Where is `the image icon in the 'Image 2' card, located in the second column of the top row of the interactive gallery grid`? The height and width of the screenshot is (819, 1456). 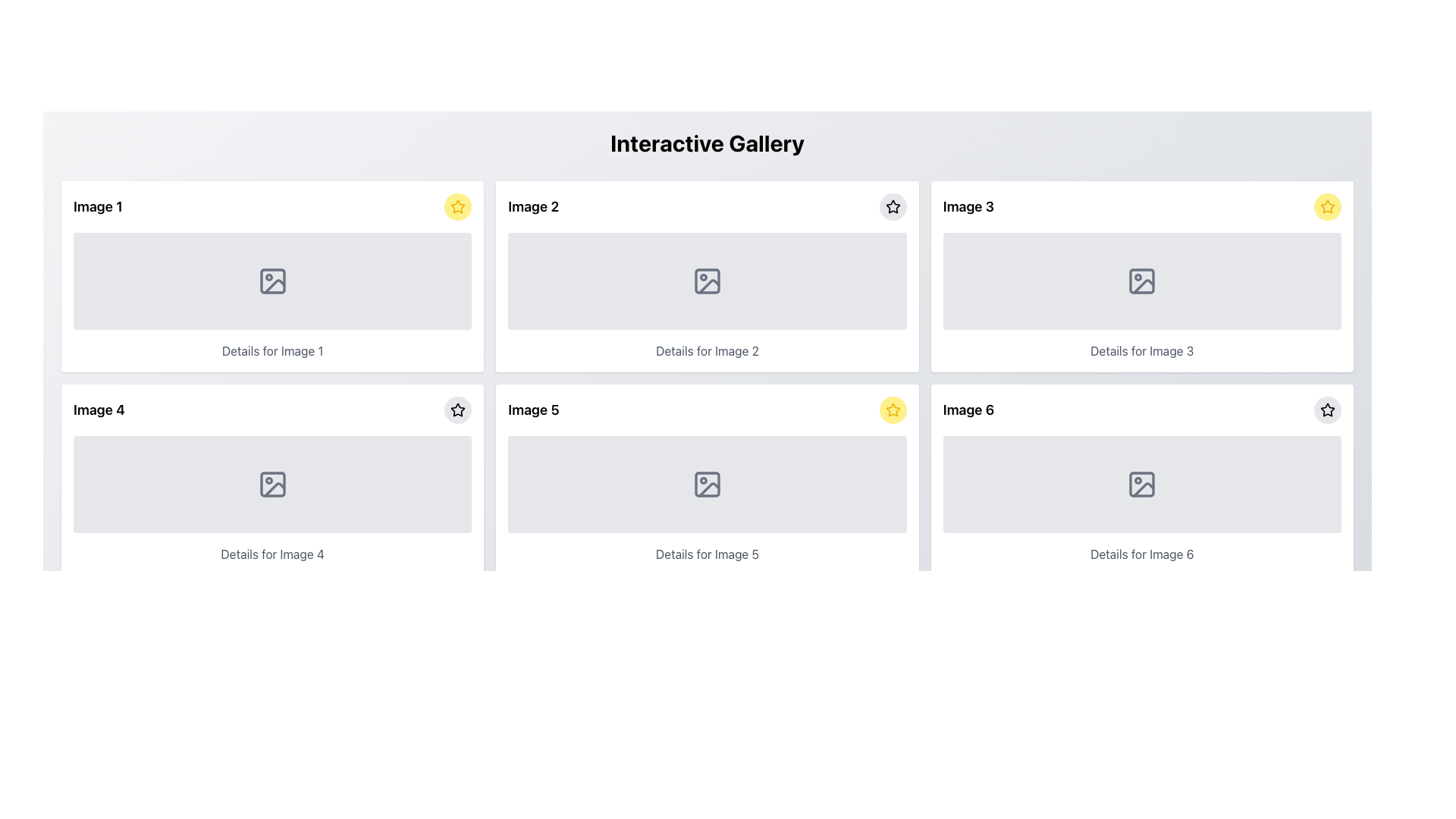 the image icon in the 'Image 2' card, located in the second column of the top row of the interactive gallery grid is located at coordinates (706, 281).